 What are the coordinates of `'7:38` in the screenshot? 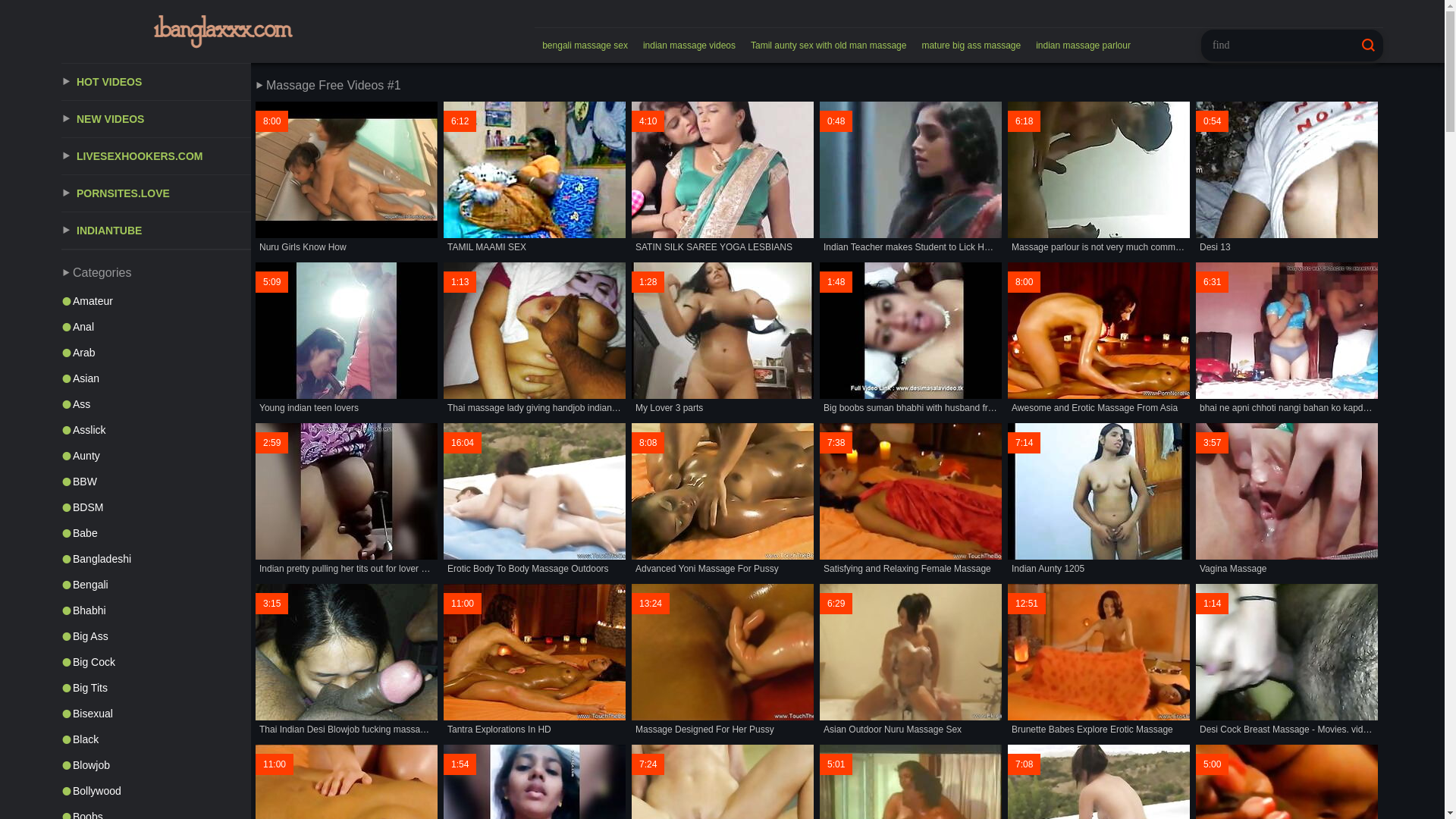 It's located at (910, 500).